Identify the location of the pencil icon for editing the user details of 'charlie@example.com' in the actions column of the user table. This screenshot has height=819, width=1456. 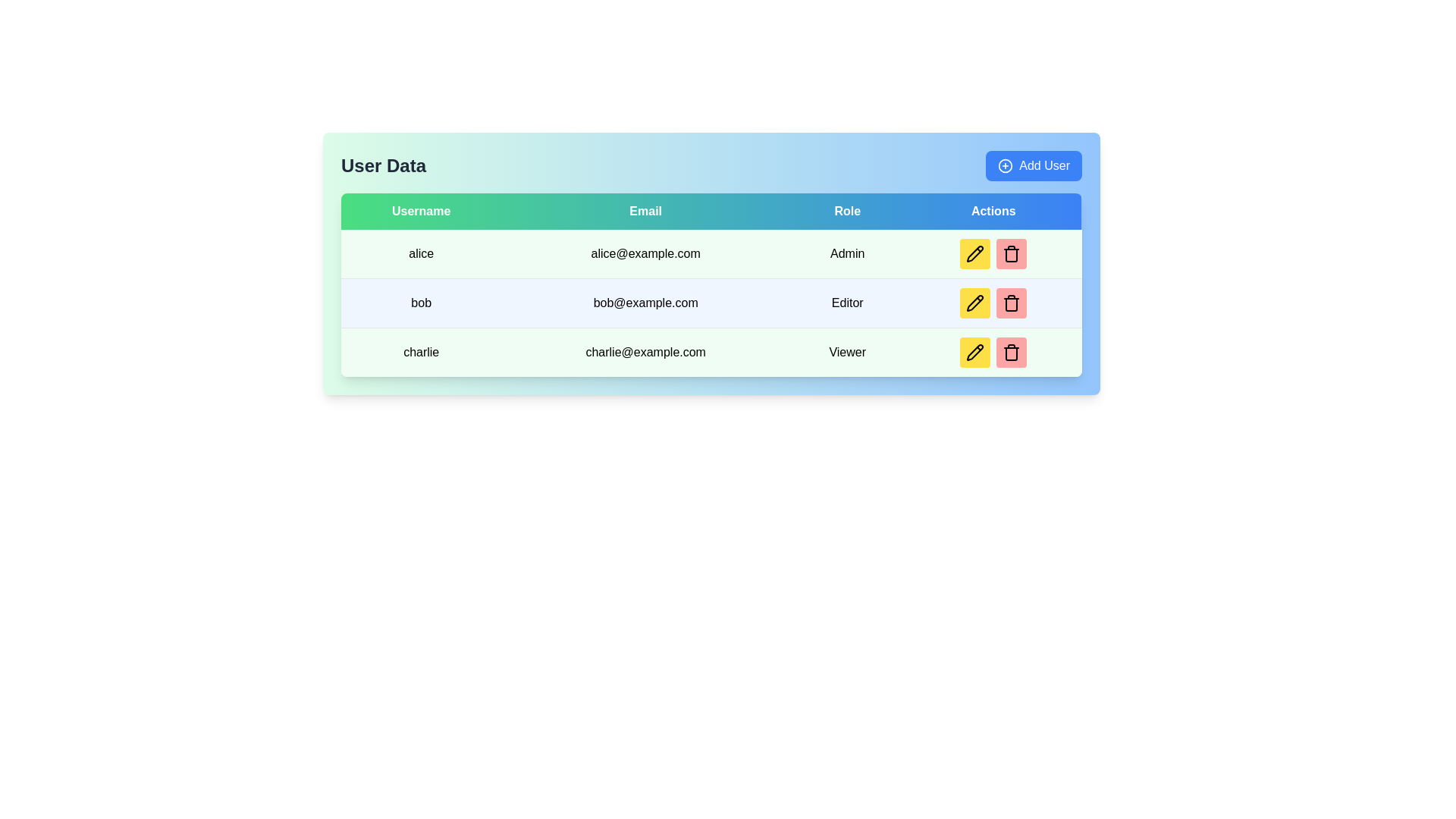
(975, 353).